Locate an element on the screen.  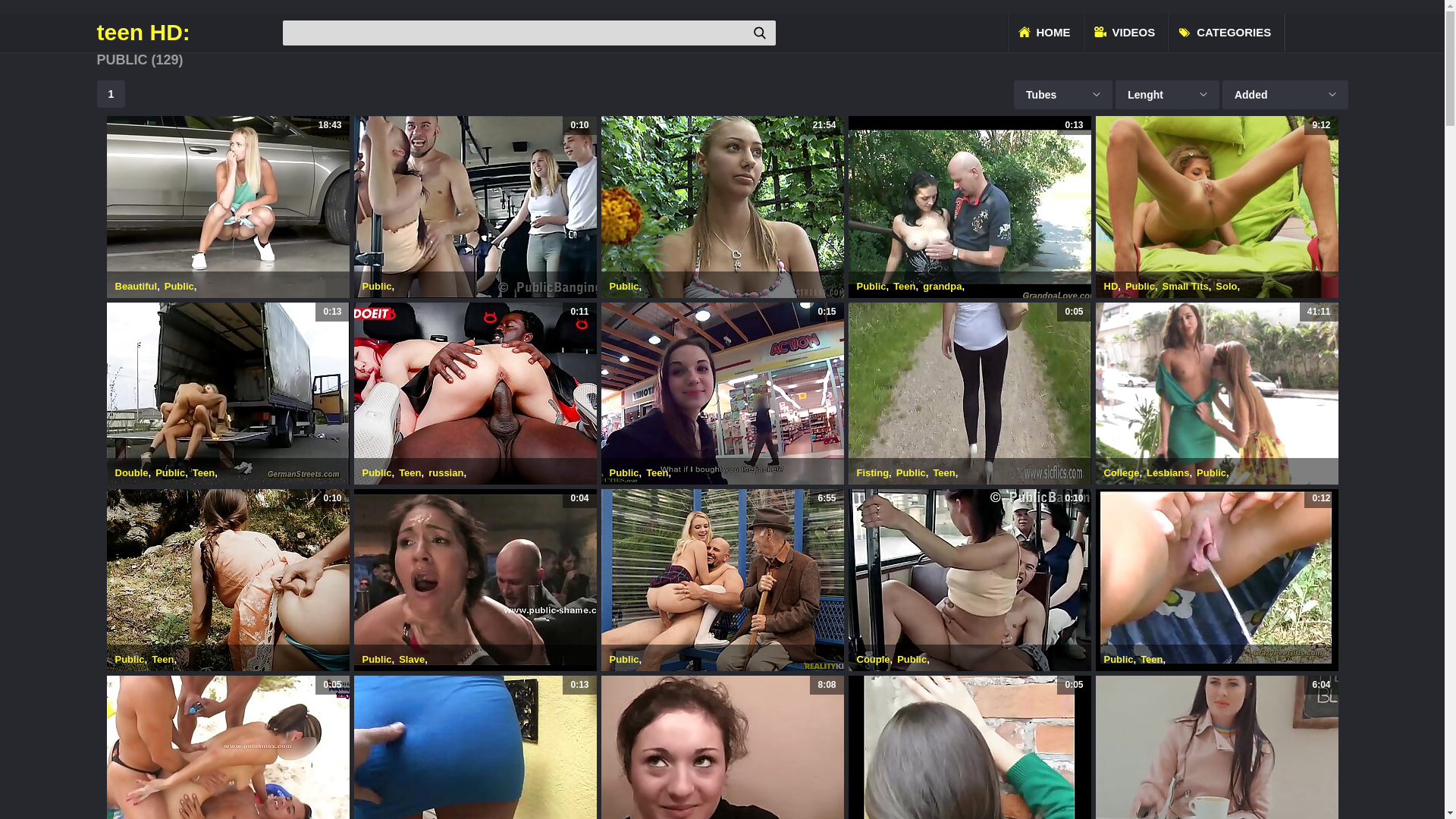
'21:54' is located at coordinates (720, 207).